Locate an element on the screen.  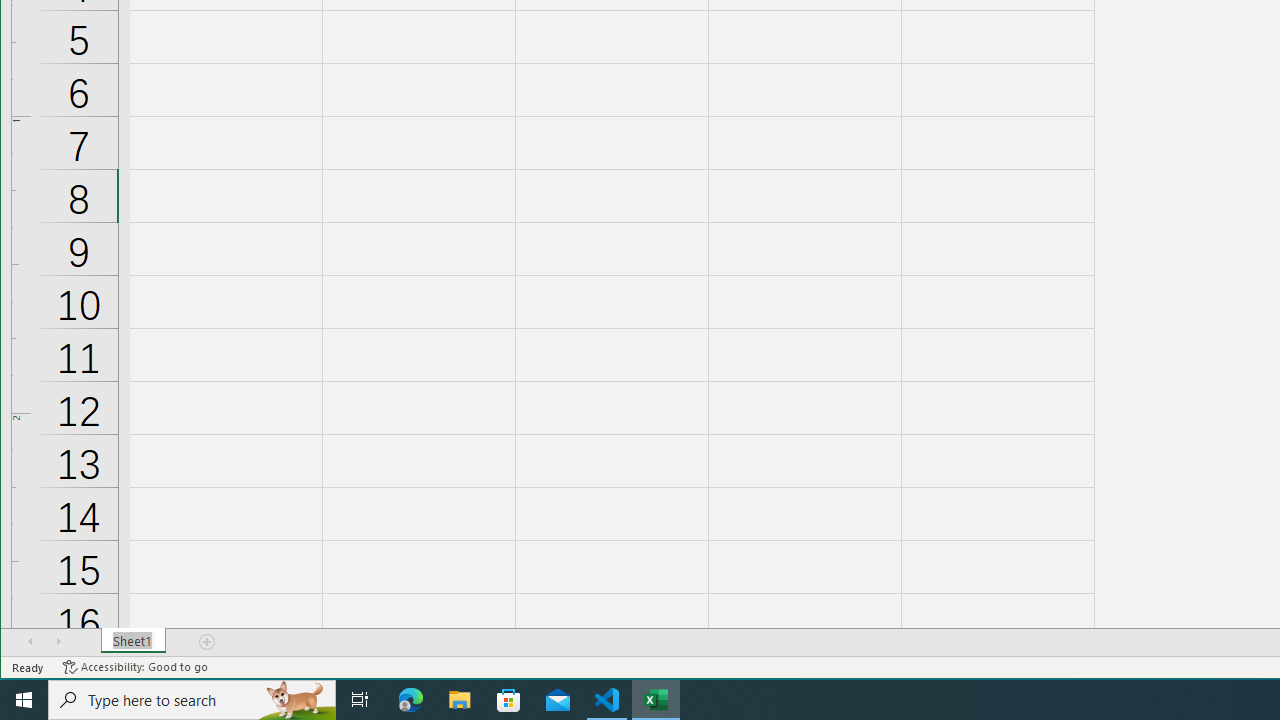
'Scroll Left' is located at coordinates (30, 641).